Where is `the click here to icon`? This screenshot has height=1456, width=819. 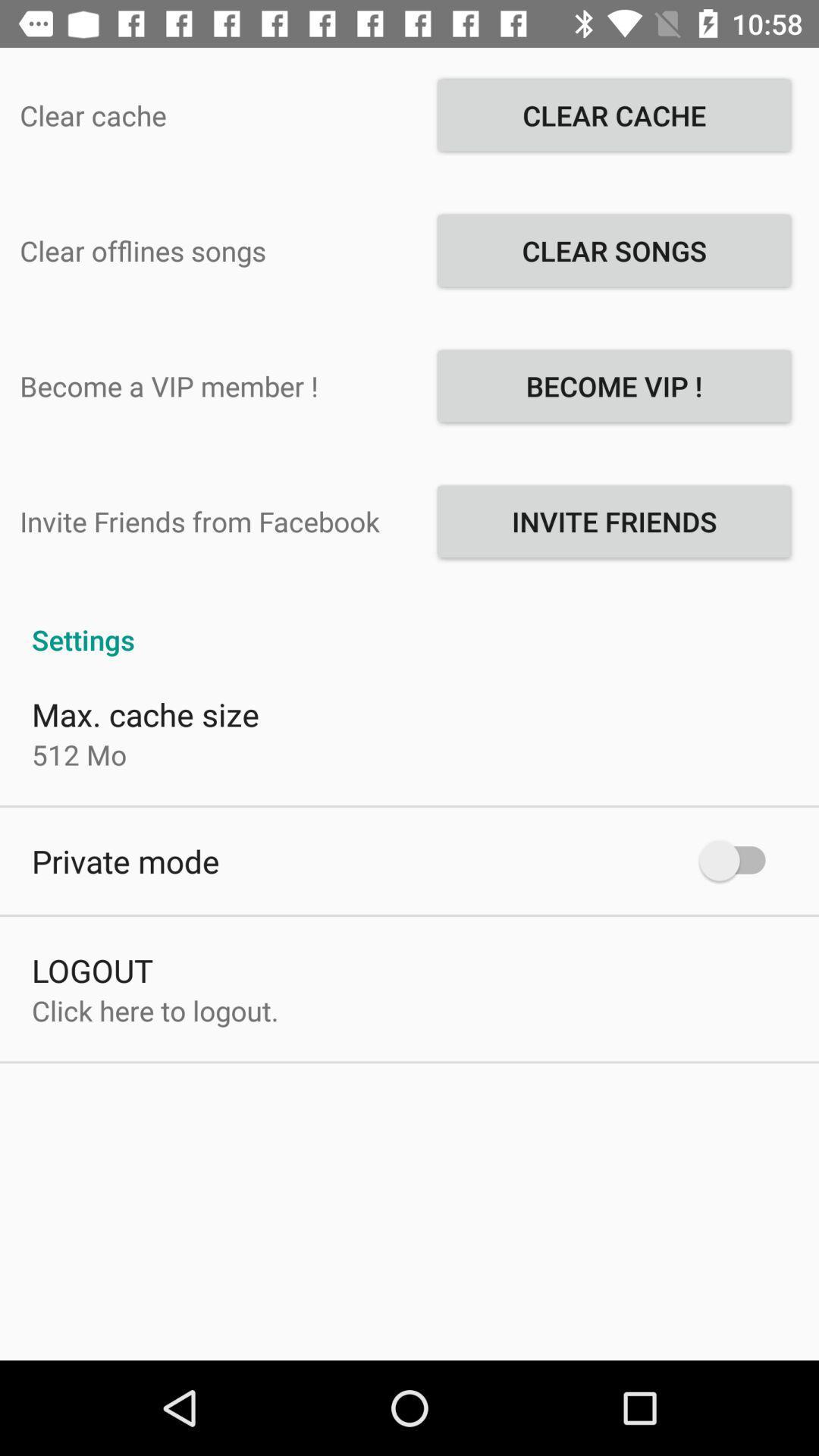 the click here to icon is located at coordinates (155, 1010).